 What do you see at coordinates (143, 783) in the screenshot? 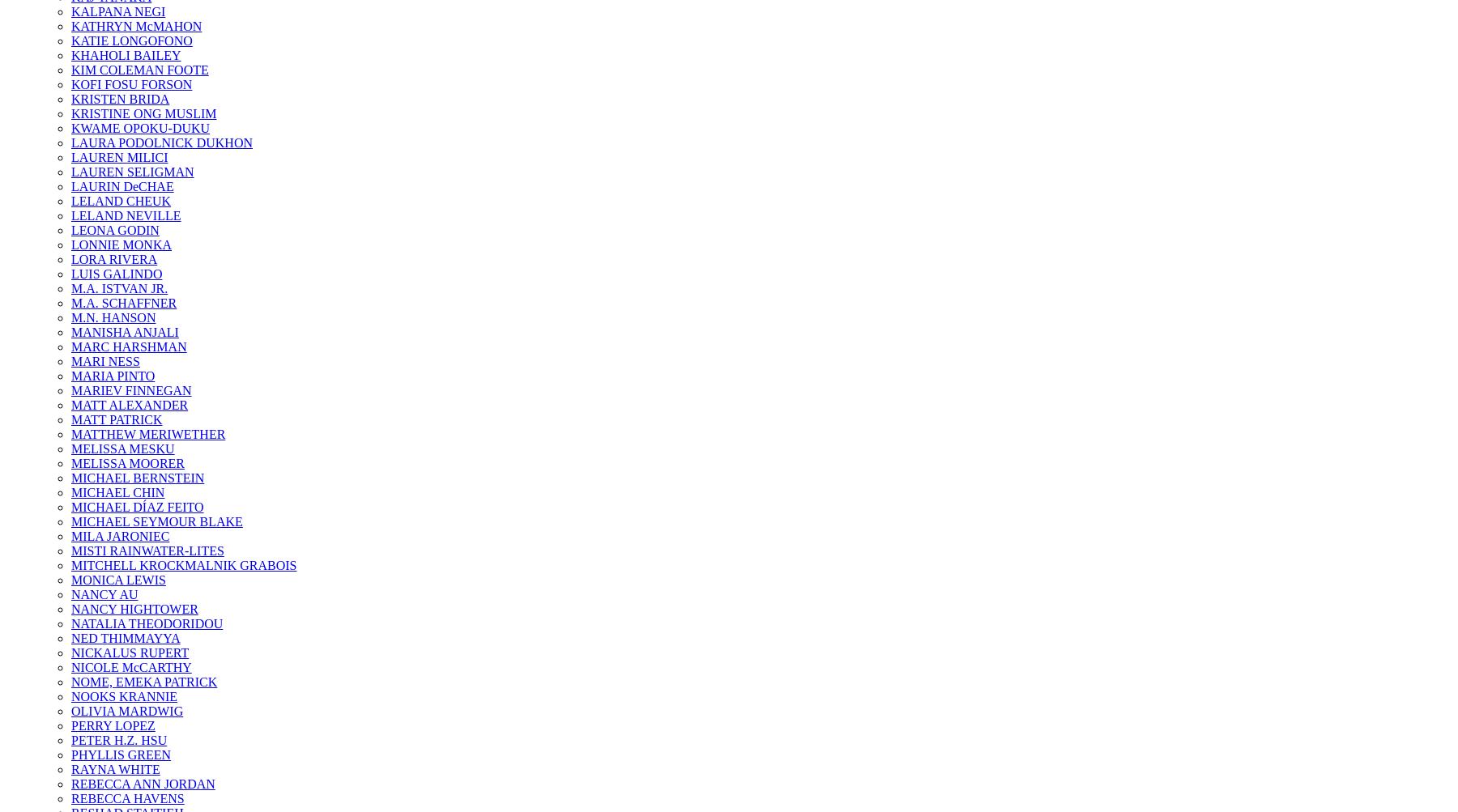
I see `'REBECCA ANN JORDAN'` at bounding box center [143, 783].